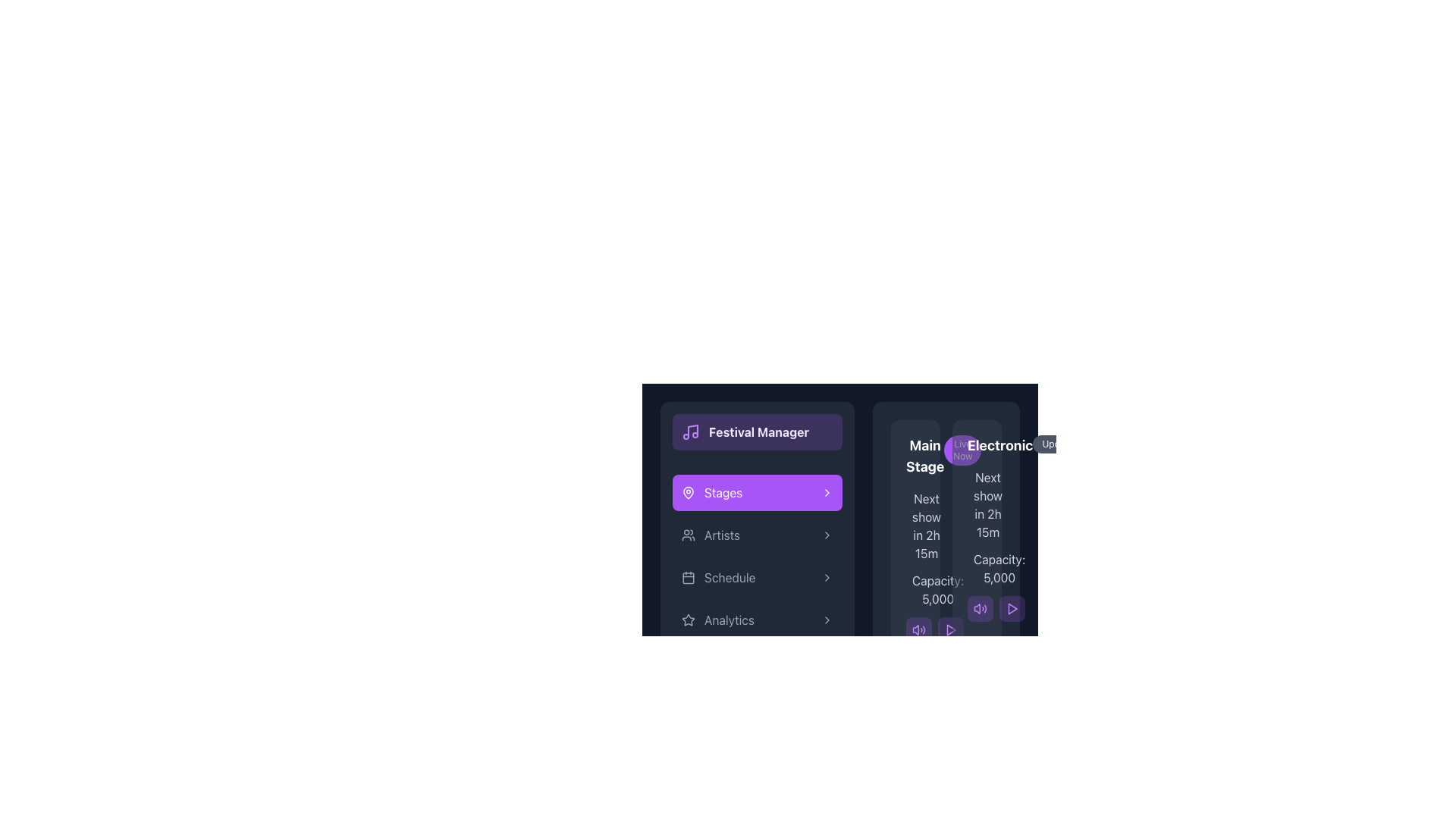 This screenshot has width=1456, height=819. What do you see at coordinates (839, 500) in the screenshot?
I see `the 'Stages' button located in the vertical menu list of the festival manager application` at bounding box center [839, 500].